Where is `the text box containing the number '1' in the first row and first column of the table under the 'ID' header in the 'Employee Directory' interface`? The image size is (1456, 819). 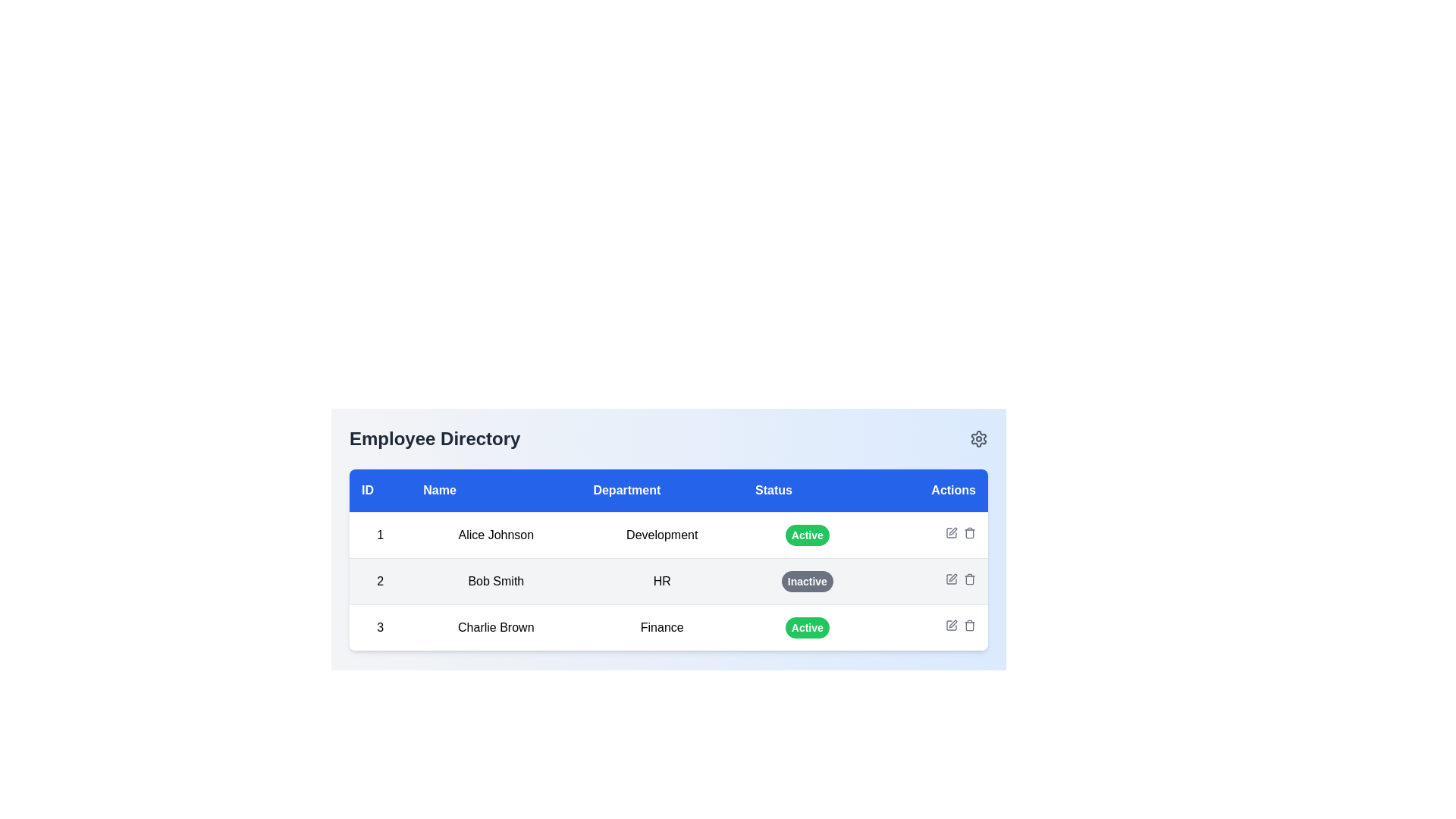
the text box containing the number '1' in the first row and first column of the table under the 'ID' header in the 'Employee Directory' interface is located at coordinates (380, 534).